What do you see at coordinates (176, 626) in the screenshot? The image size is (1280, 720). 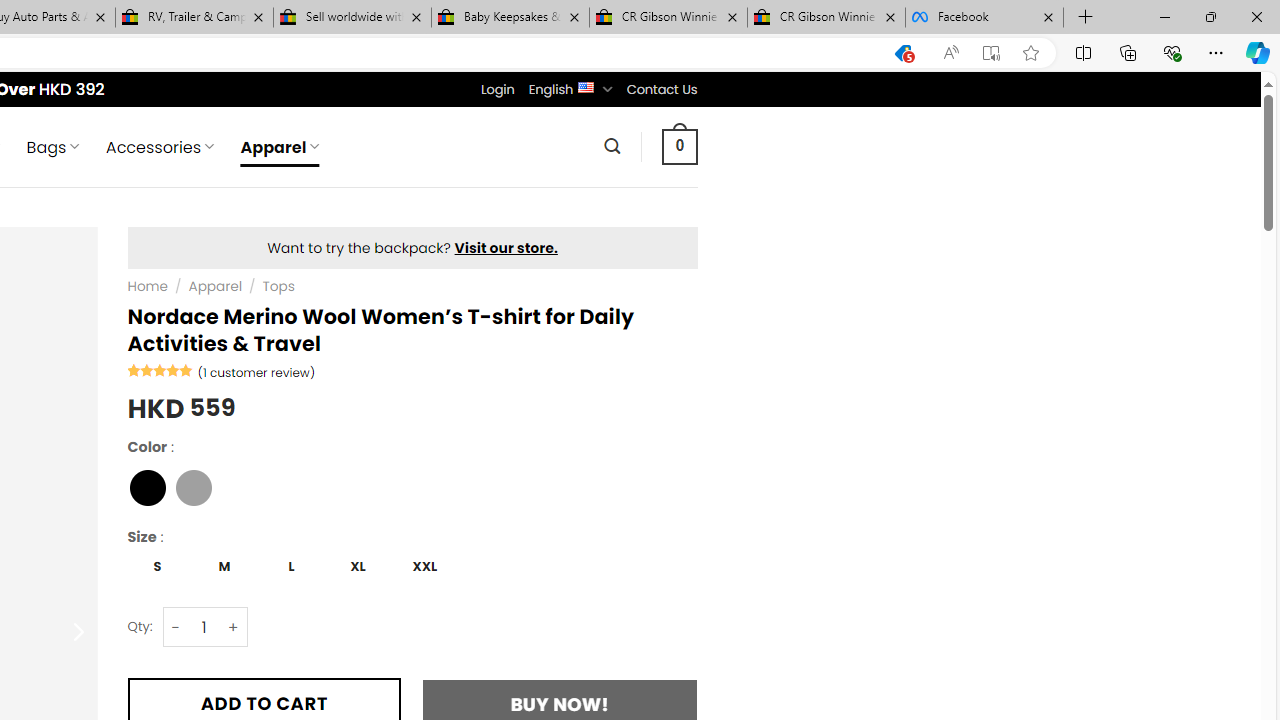 I see `'-'` at bounding box center [176, 626].